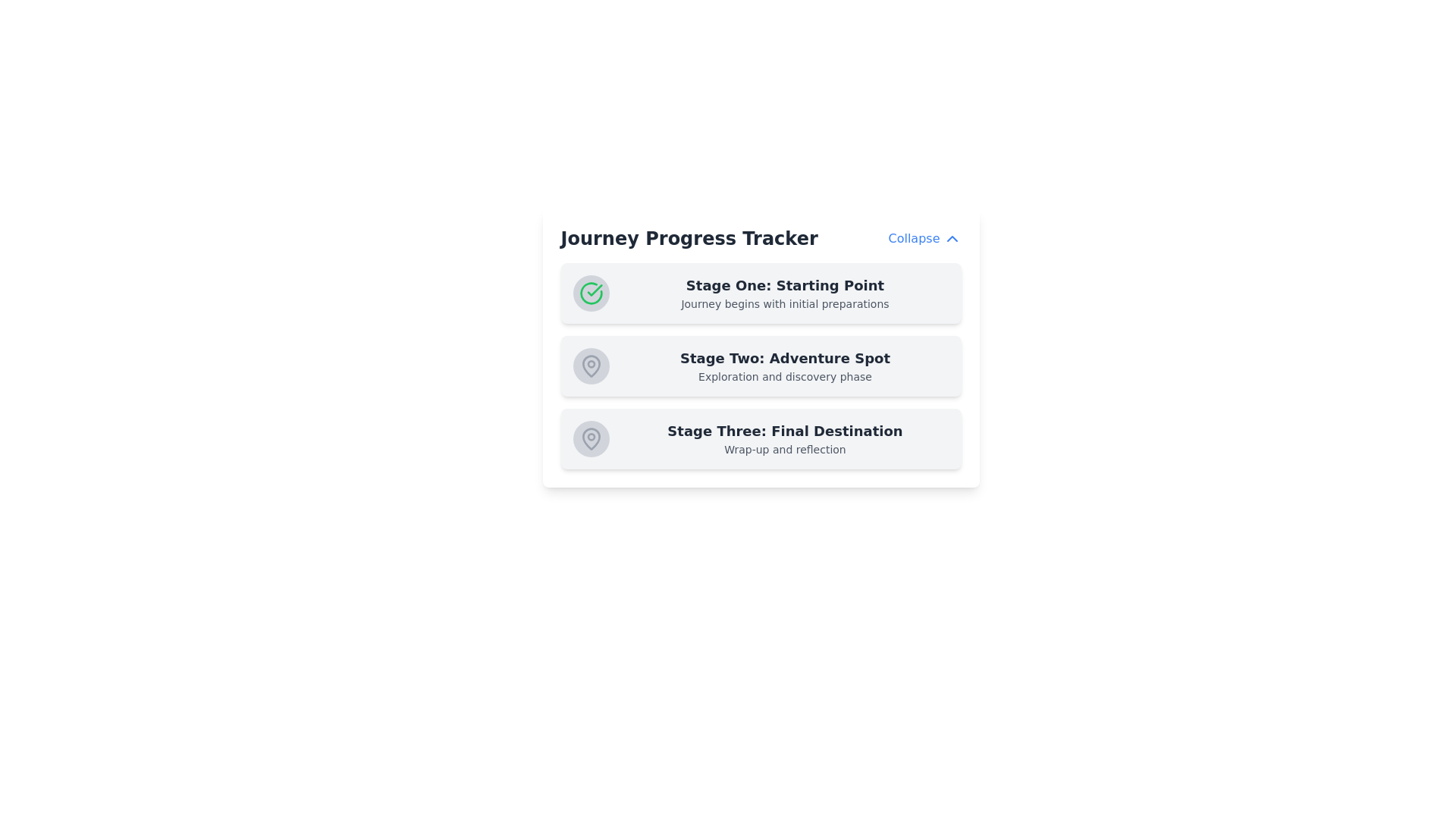 The width and height of the screenshot is (1456, 819). What do you see at coordinates (590, 366) in the screenshot?
I see `the leftmost circular icon with a light-gray background and a map pin symbol in gray, located in the middle section of the Journey Progress Tracker under 'Stage Two: Adventure Spot'` at bounding box center [590, 366].